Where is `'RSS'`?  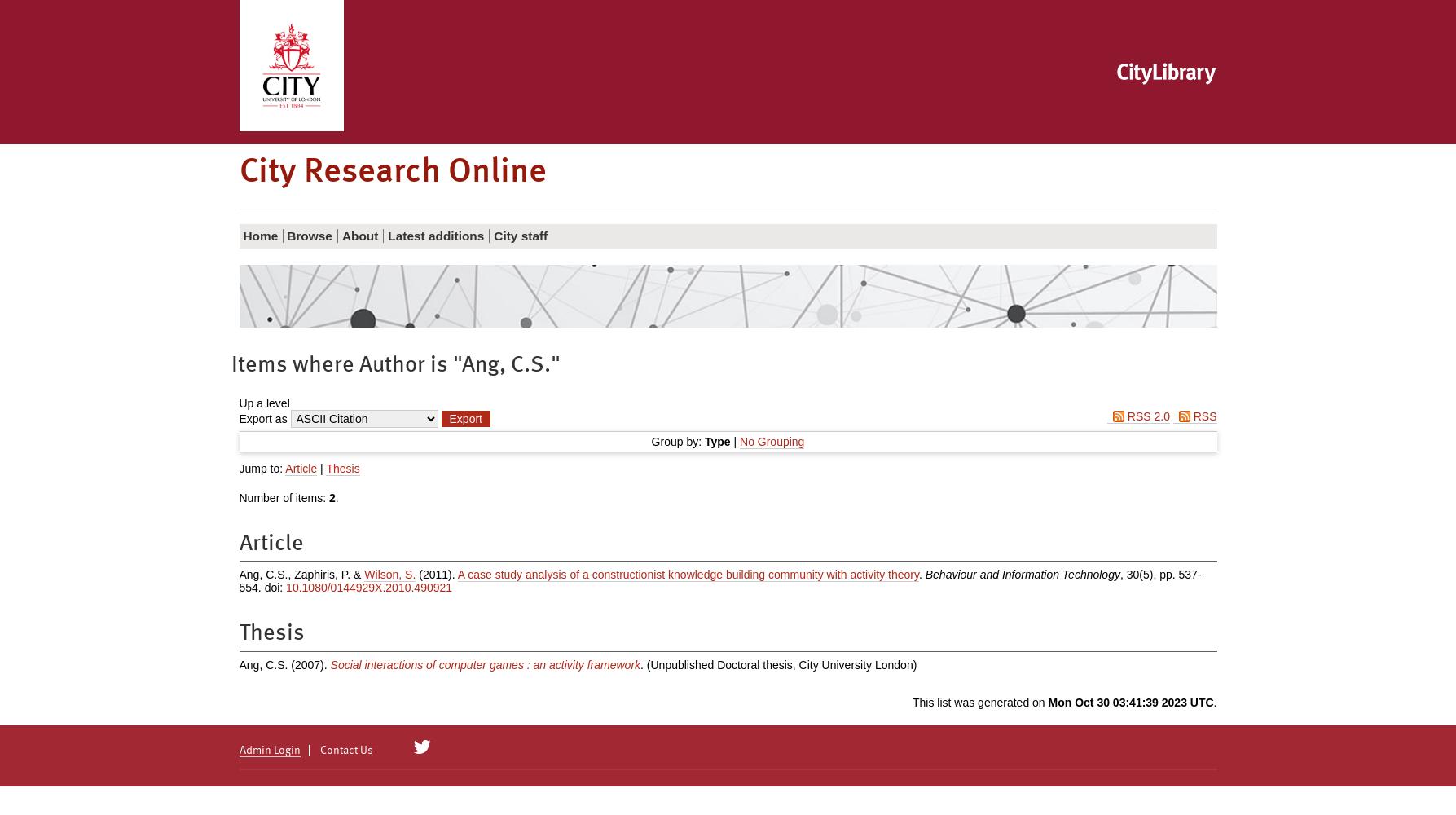 'RSS' is located at coordinates (1203, 416).